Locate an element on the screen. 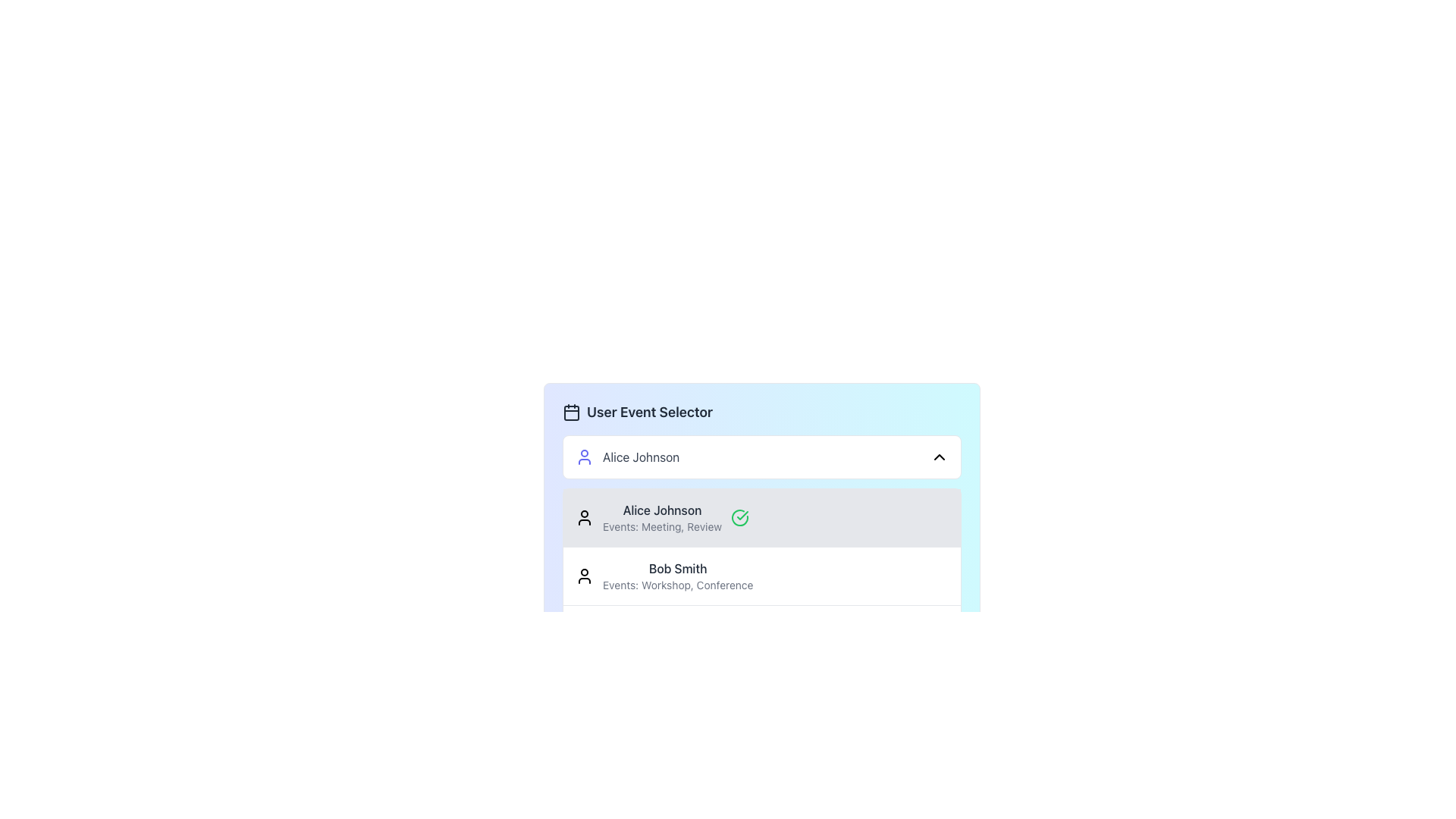 This screenshot has width=1456, height=819. the user icon representing 'Bob Smith' in the user selection list, which is positioned to the far left of the section containing user details is located at coordinates (584, 576).